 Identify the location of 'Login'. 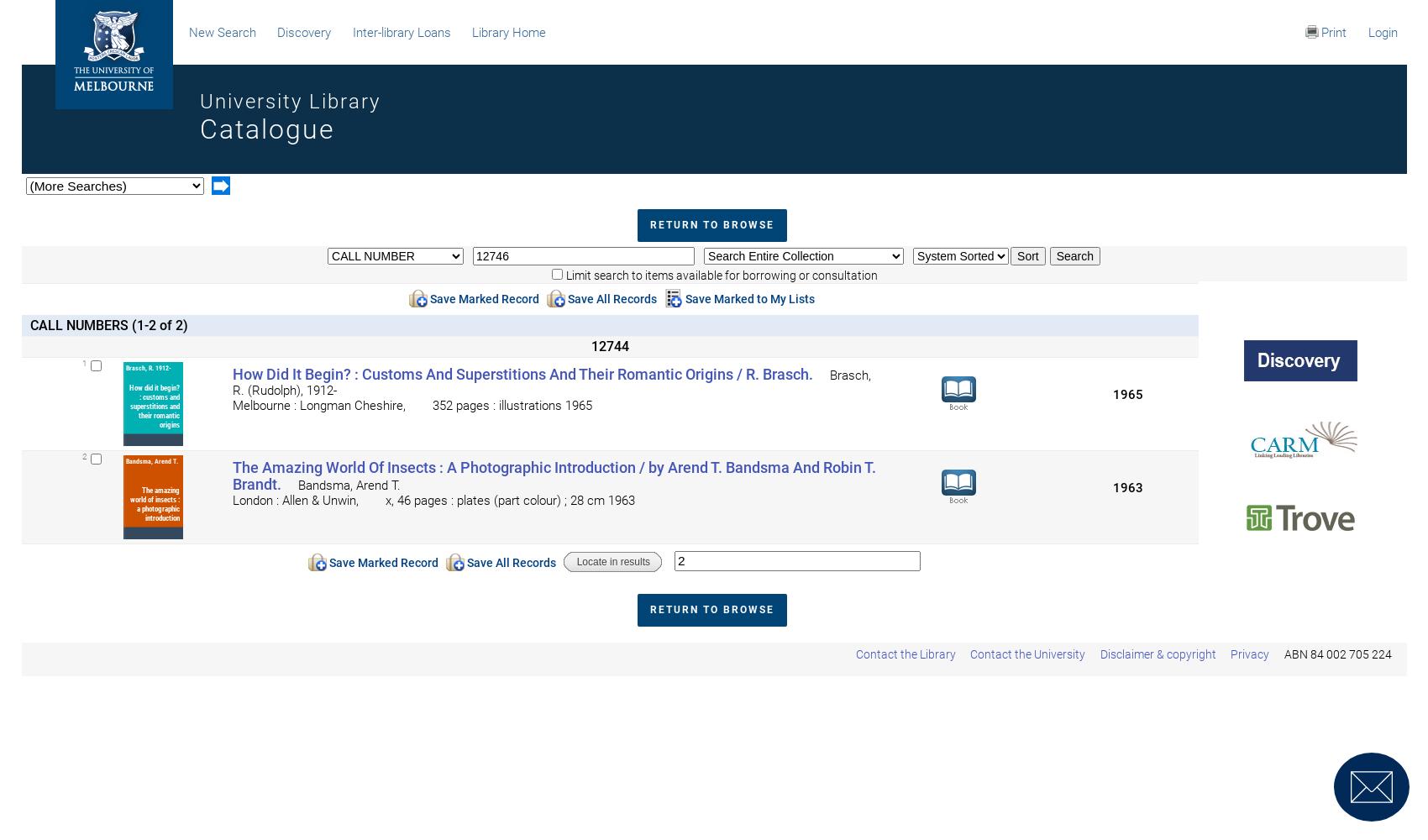
(1381, 33).